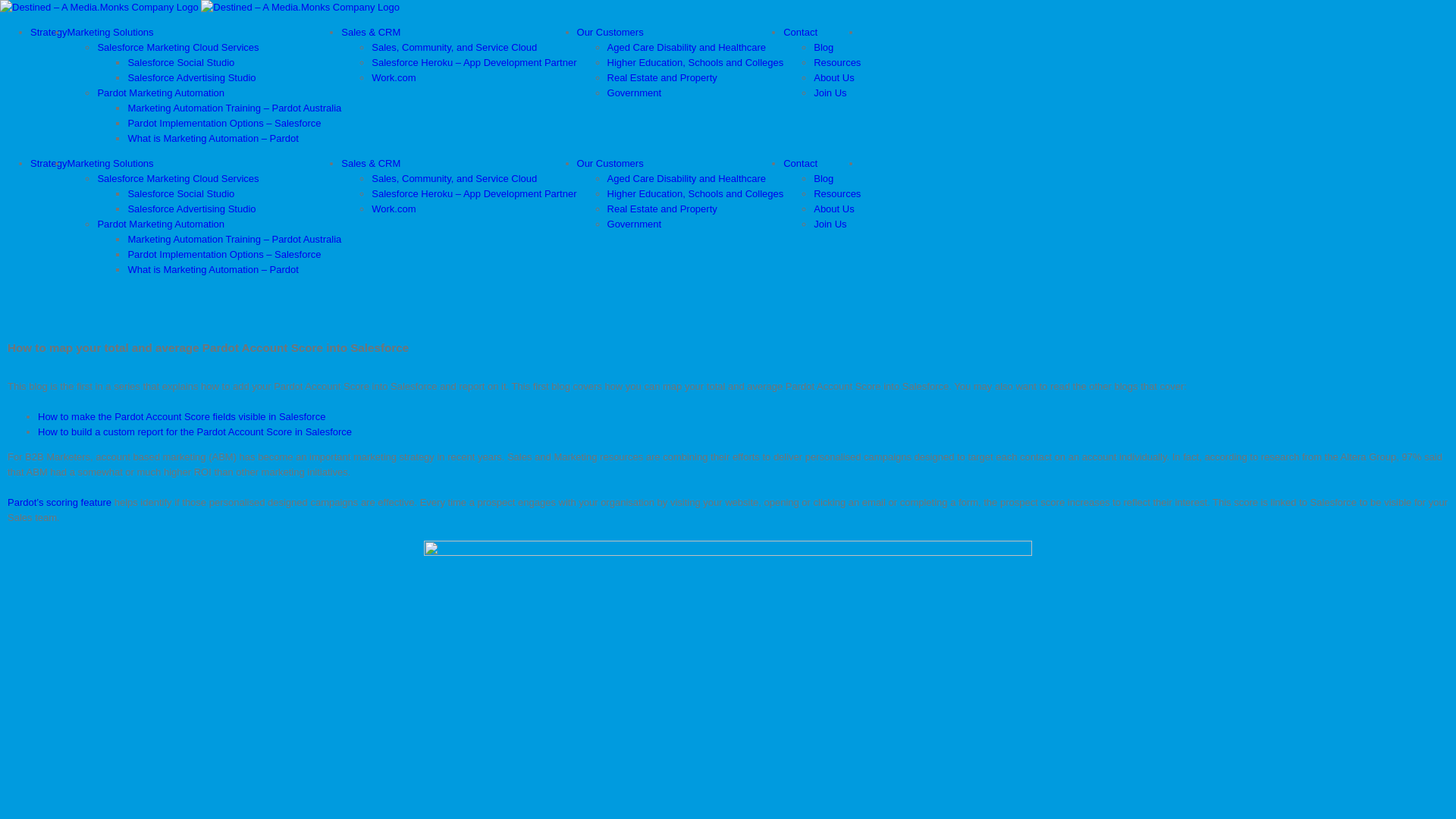  I want to click on 'Salesforce Social Studio', so click(180, 61).